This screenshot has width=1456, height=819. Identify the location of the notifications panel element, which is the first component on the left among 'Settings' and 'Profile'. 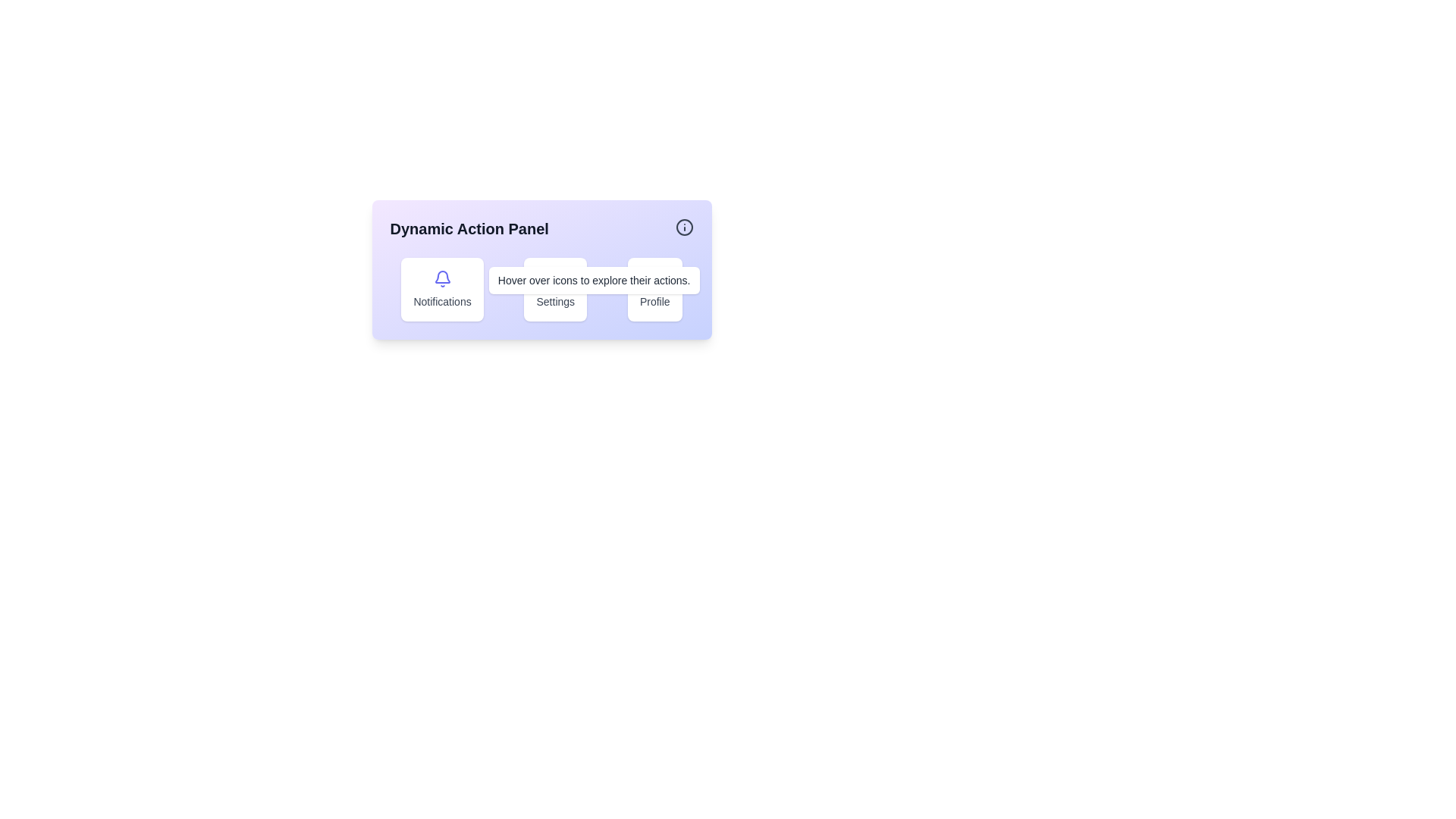
(441, 289).